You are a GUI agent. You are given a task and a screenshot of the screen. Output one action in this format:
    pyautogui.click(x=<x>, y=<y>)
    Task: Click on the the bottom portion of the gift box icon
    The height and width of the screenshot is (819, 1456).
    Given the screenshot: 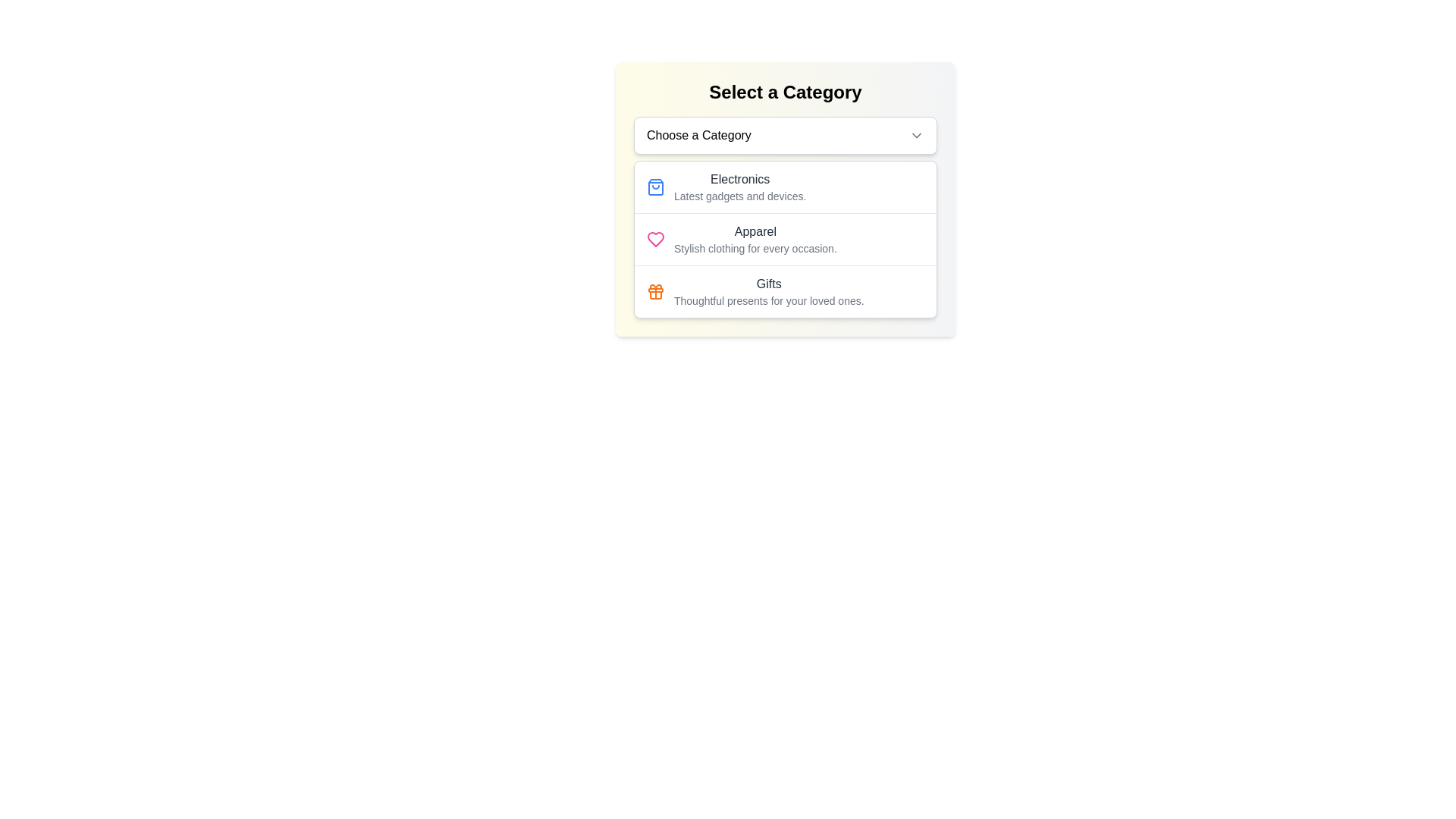 What is the action you would take?
    pyautogui.click(x=655, y=295)
    